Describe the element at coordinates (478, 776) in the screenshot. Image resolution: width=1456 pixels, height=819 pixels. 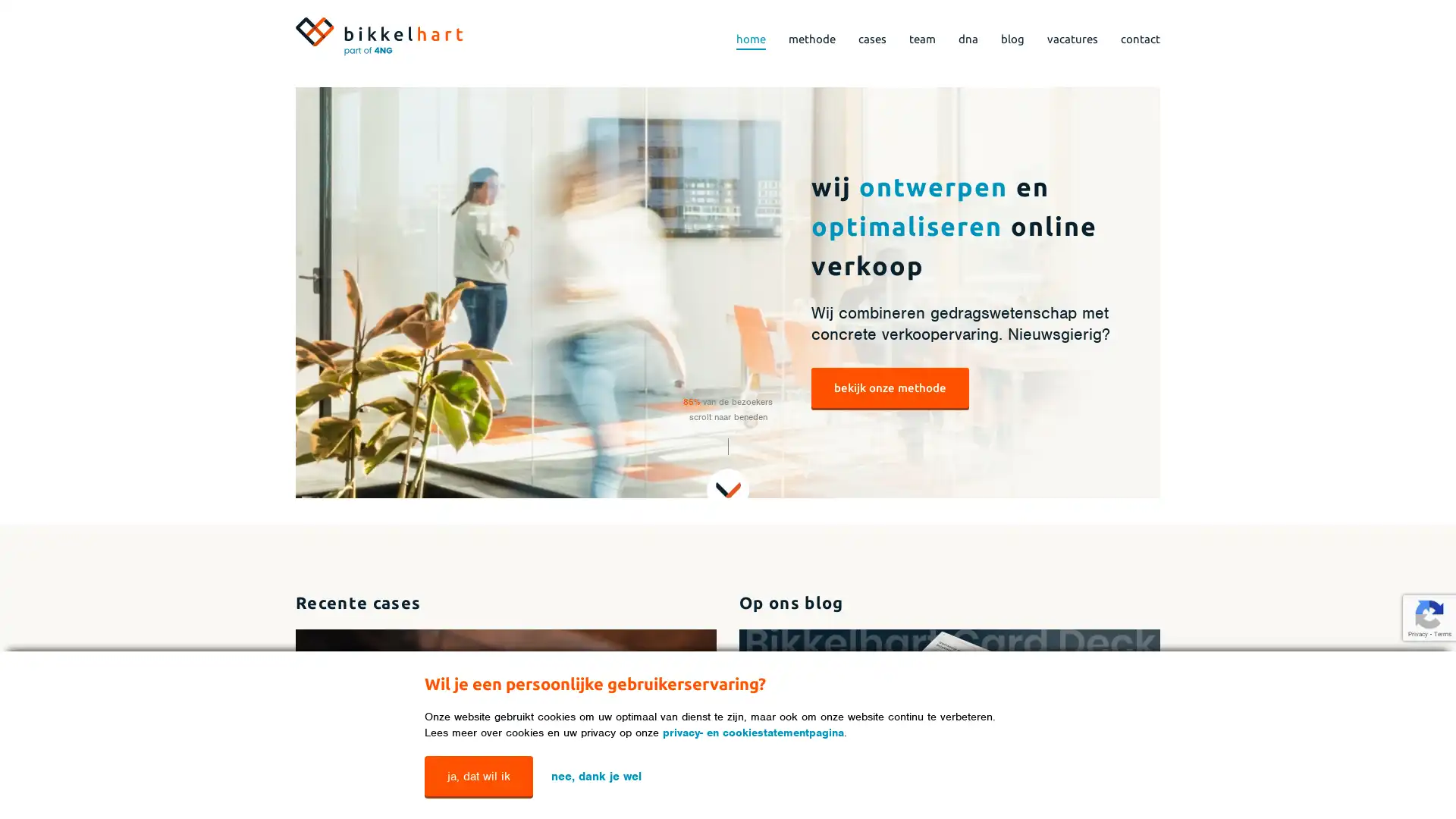
I see `ja, dat wil ik` at that location.